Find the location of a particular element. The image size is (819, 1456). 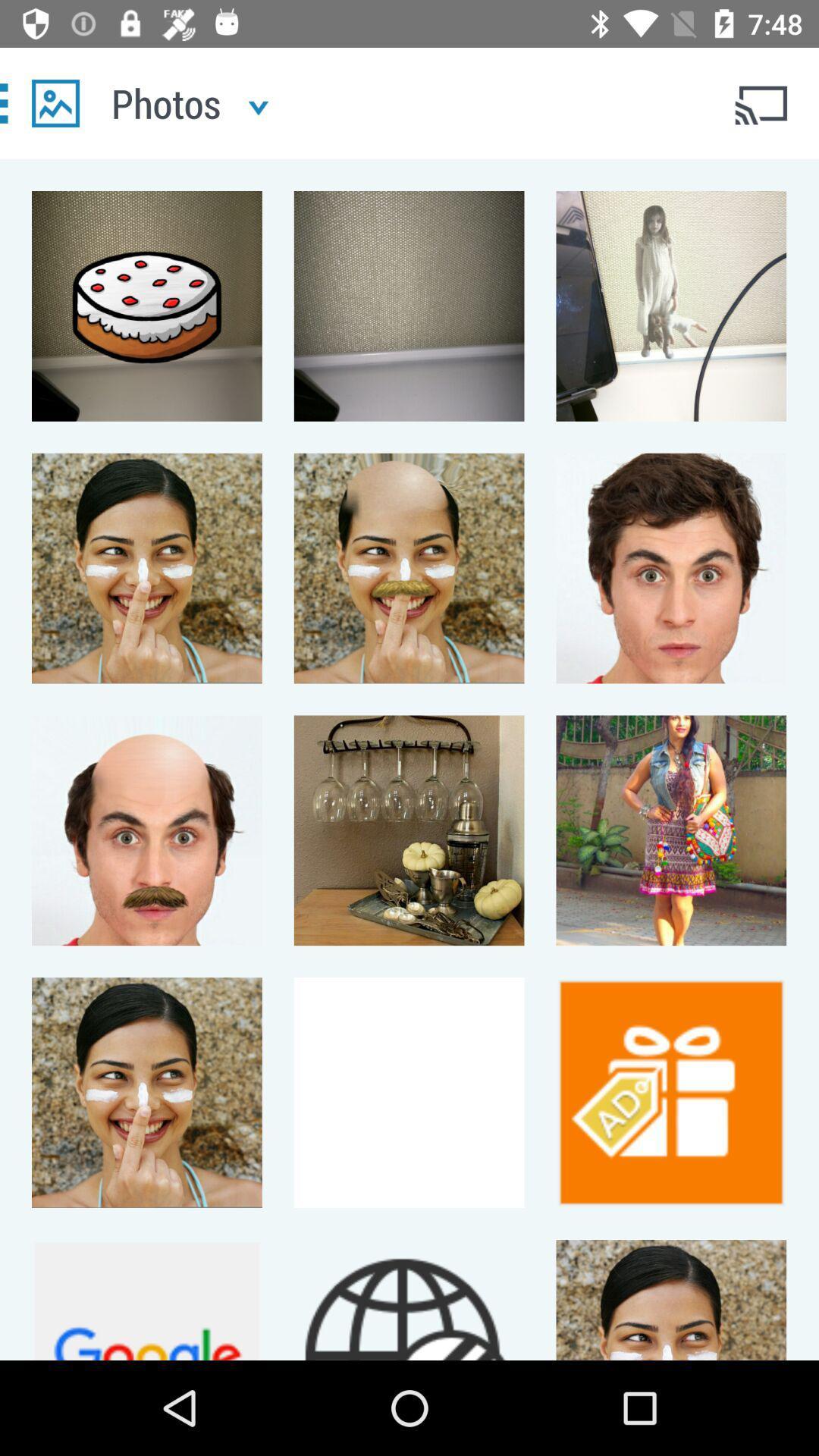

gallery symbol is located at coordinates (55, 102).